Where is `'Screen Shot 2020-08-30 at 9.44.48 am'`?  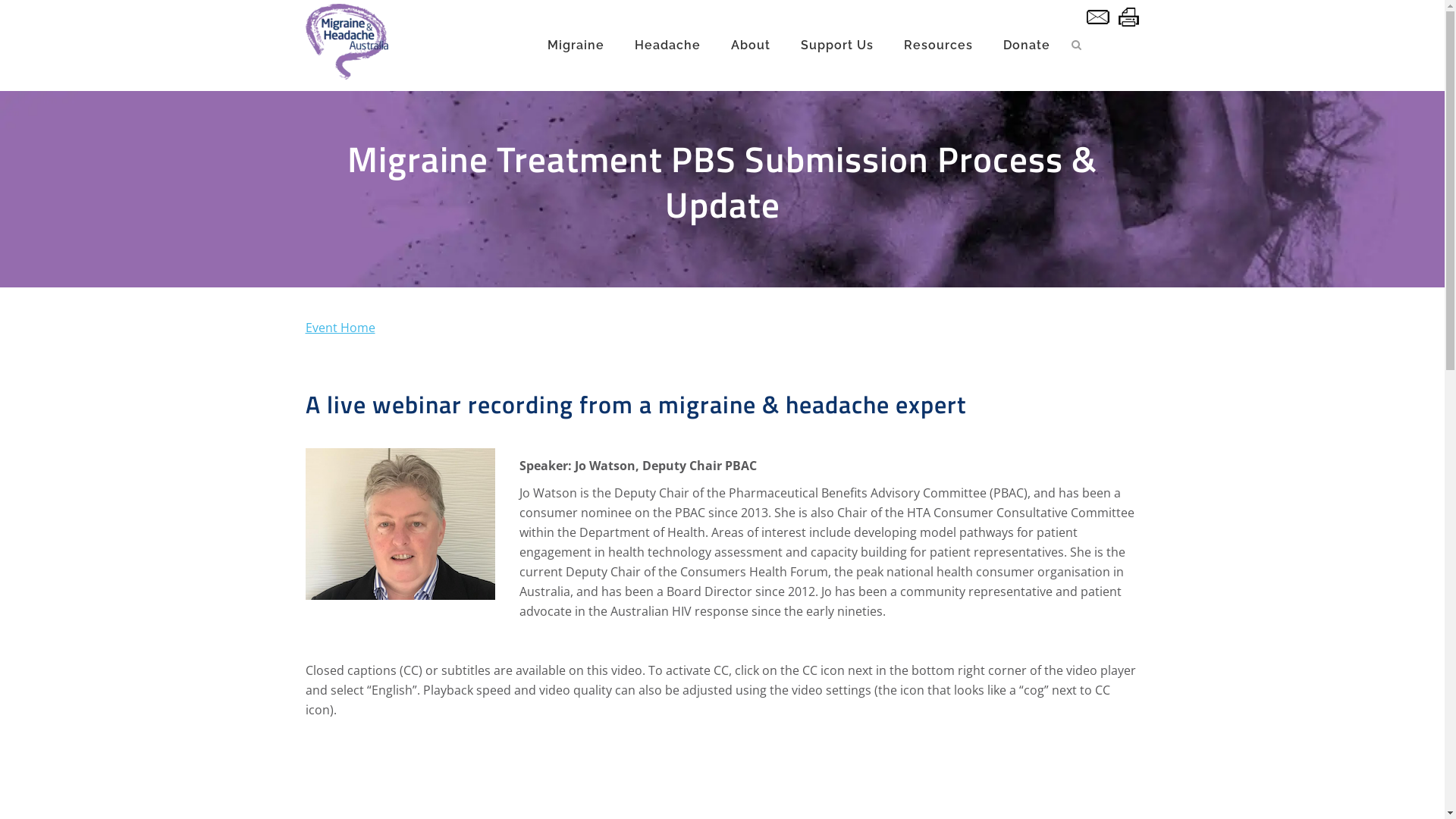 'Screen Shot 2020-08-30 at 9.44.48 am' is located at coordinates (400, 522).